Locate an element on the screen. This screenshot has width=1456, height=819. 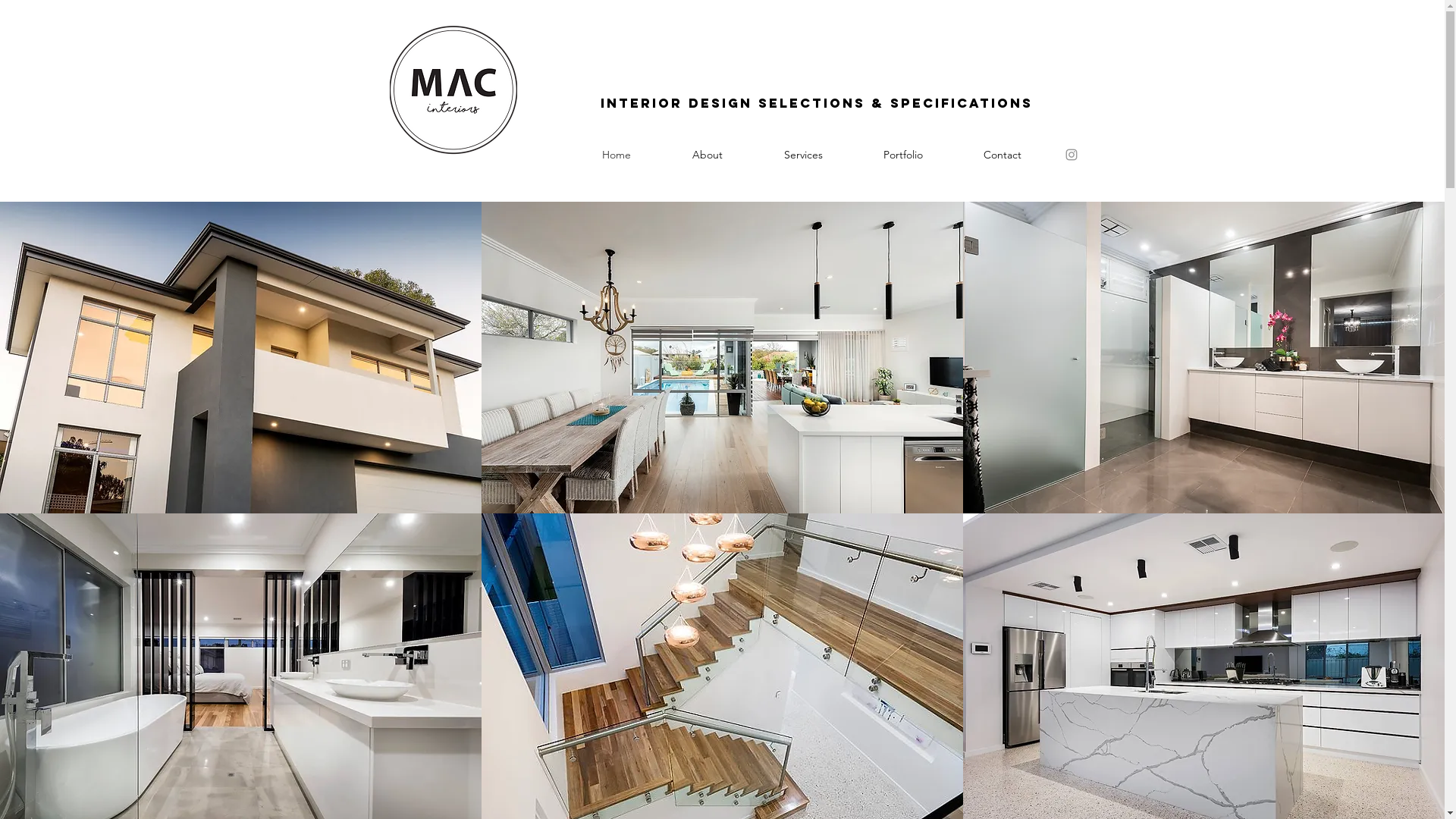
'Contact' is located at coordinates (1001, 155).